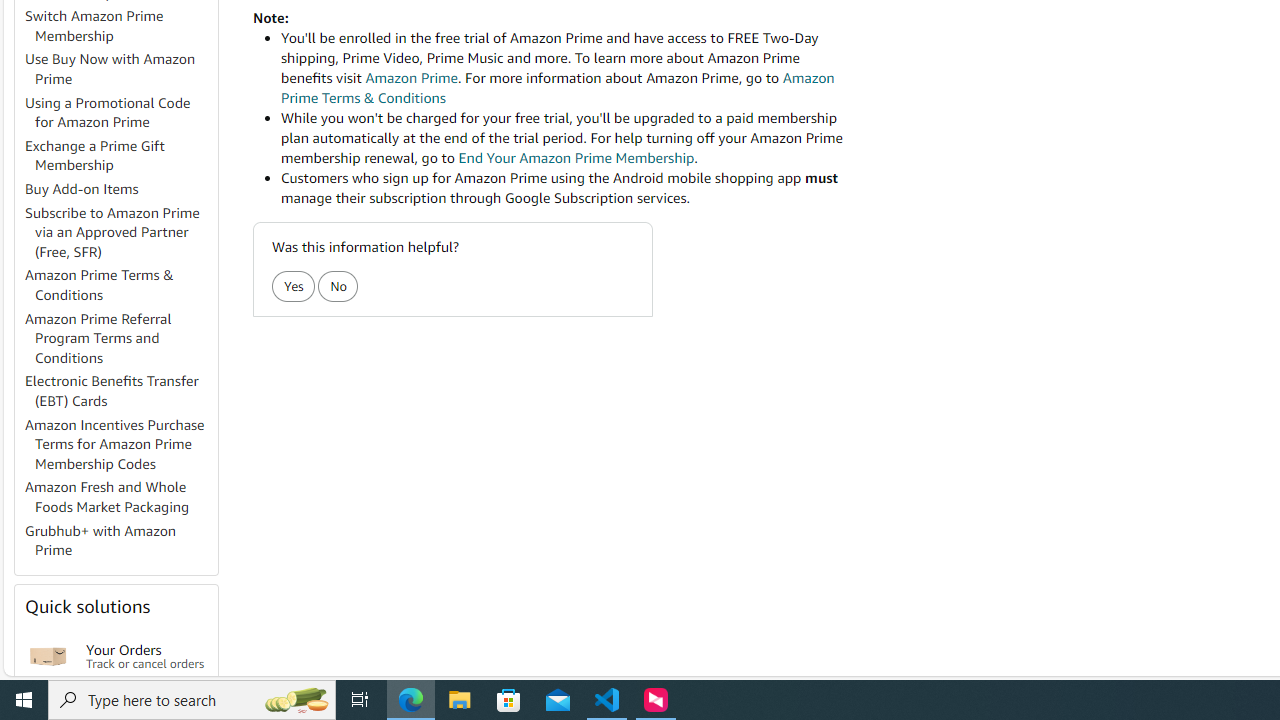 This screenshot has width=1280, height=720. What do you see at coordinates (119, 68) in the screenshot?
I see `'Use Buy Now with Amazon Prime'` at bounding box center [119, 68].